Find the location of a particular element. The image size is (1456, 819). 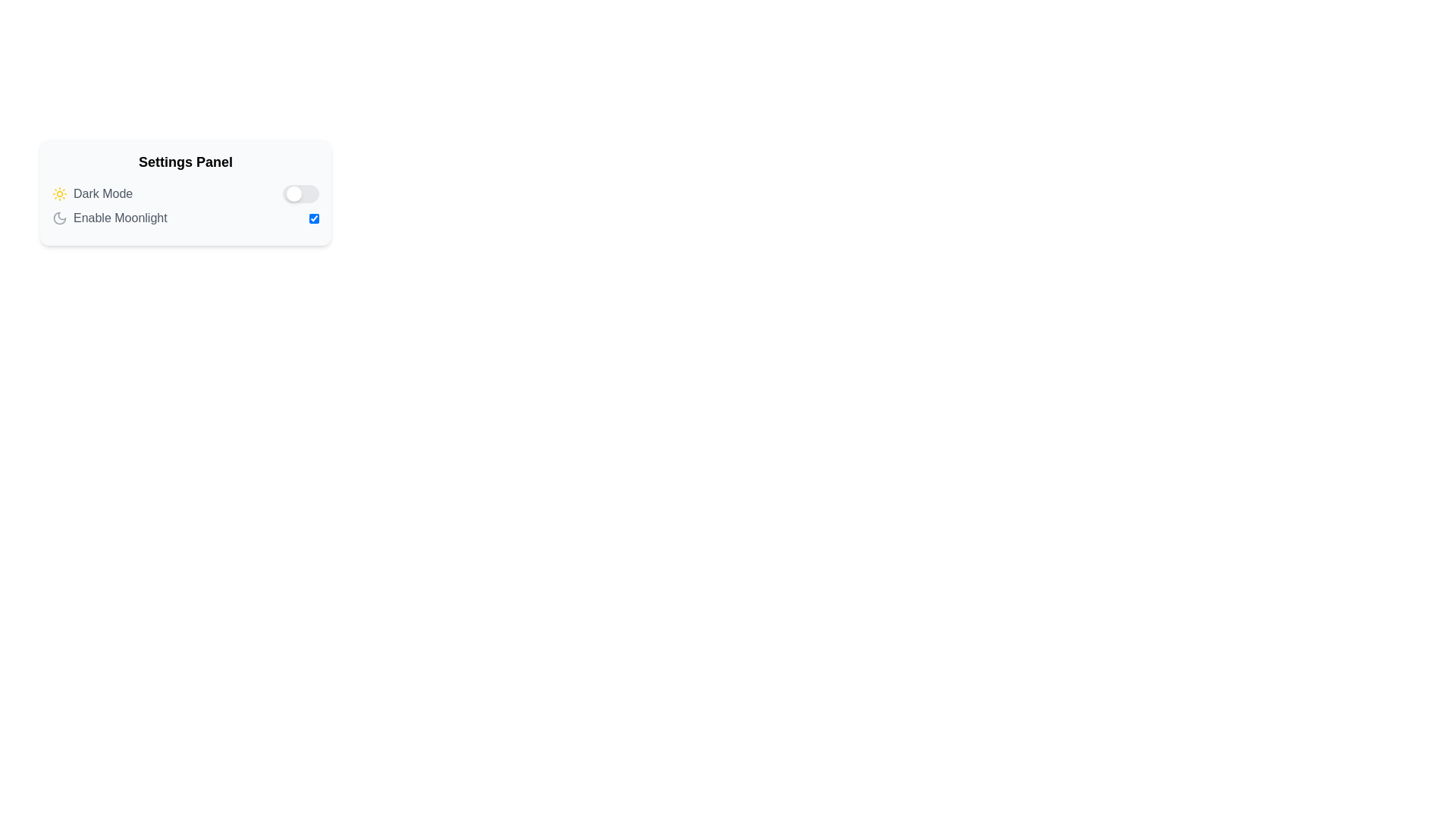

the crescent moon icon that signifies the 'Enable Moonlight' option located to the left of the text 'Enable Moonlight' in the settings panel is located at coordinates (59, 218).